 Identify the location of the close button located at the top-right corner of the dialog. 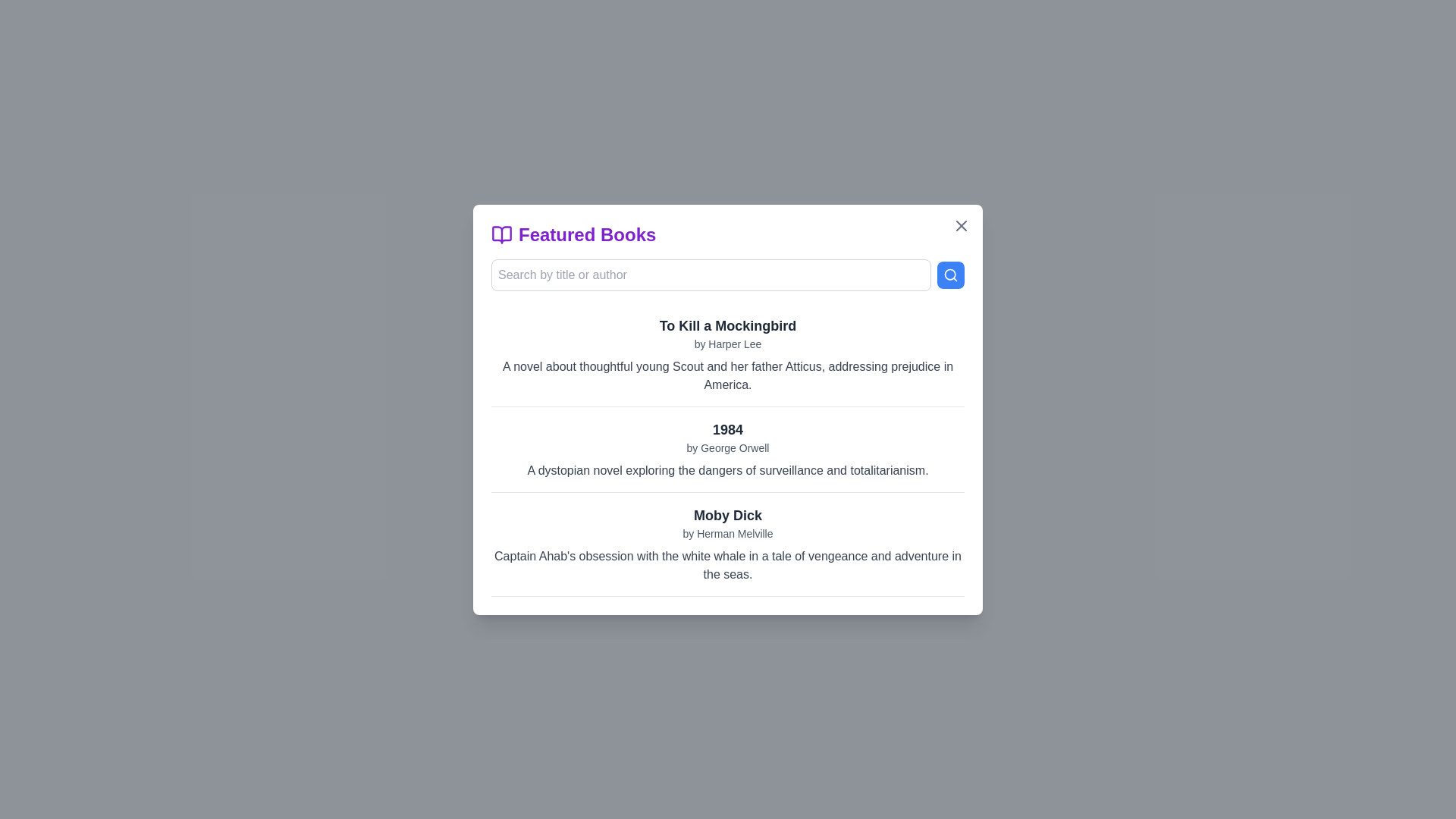
(960, 225).